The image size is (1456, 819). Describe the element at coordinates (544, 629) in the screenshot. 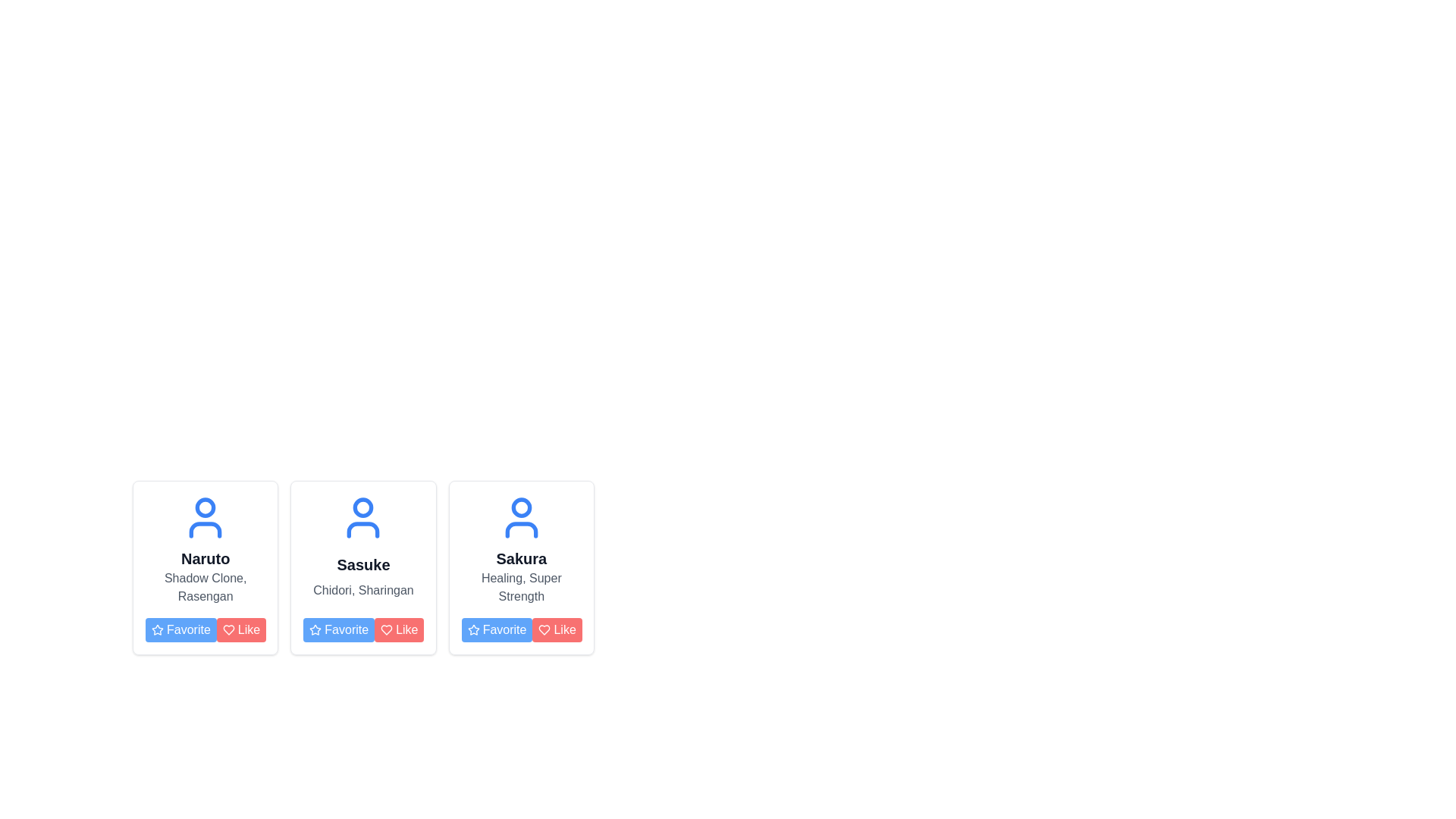

I see `the heart-shaped icon in red color` at that location.